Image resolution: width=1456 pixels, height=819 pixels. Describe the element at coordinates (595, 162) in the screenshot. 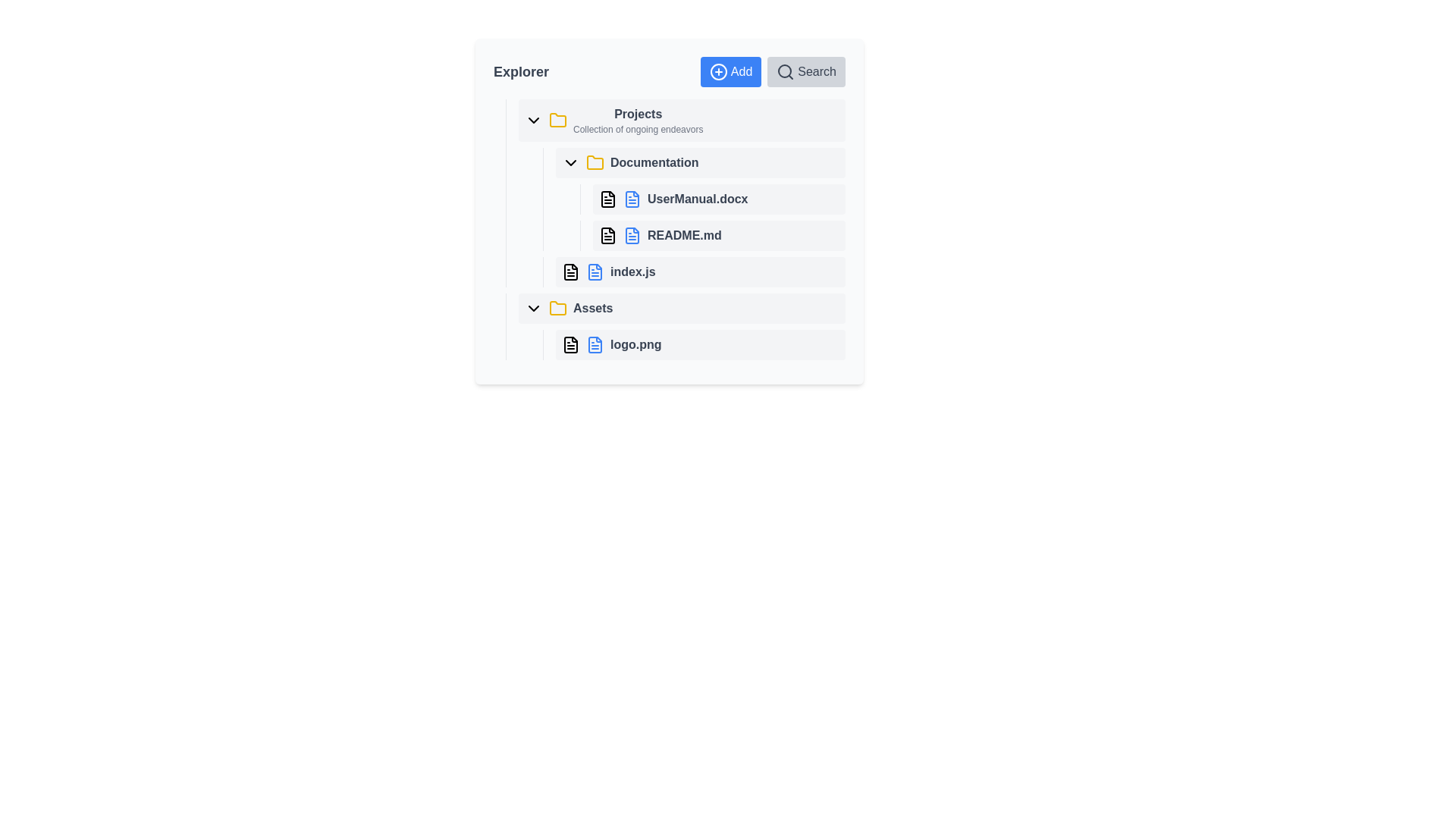

I see `the yellow folder icon located in the 'Explorer' panel next to the label 'Documentation'` at that location.